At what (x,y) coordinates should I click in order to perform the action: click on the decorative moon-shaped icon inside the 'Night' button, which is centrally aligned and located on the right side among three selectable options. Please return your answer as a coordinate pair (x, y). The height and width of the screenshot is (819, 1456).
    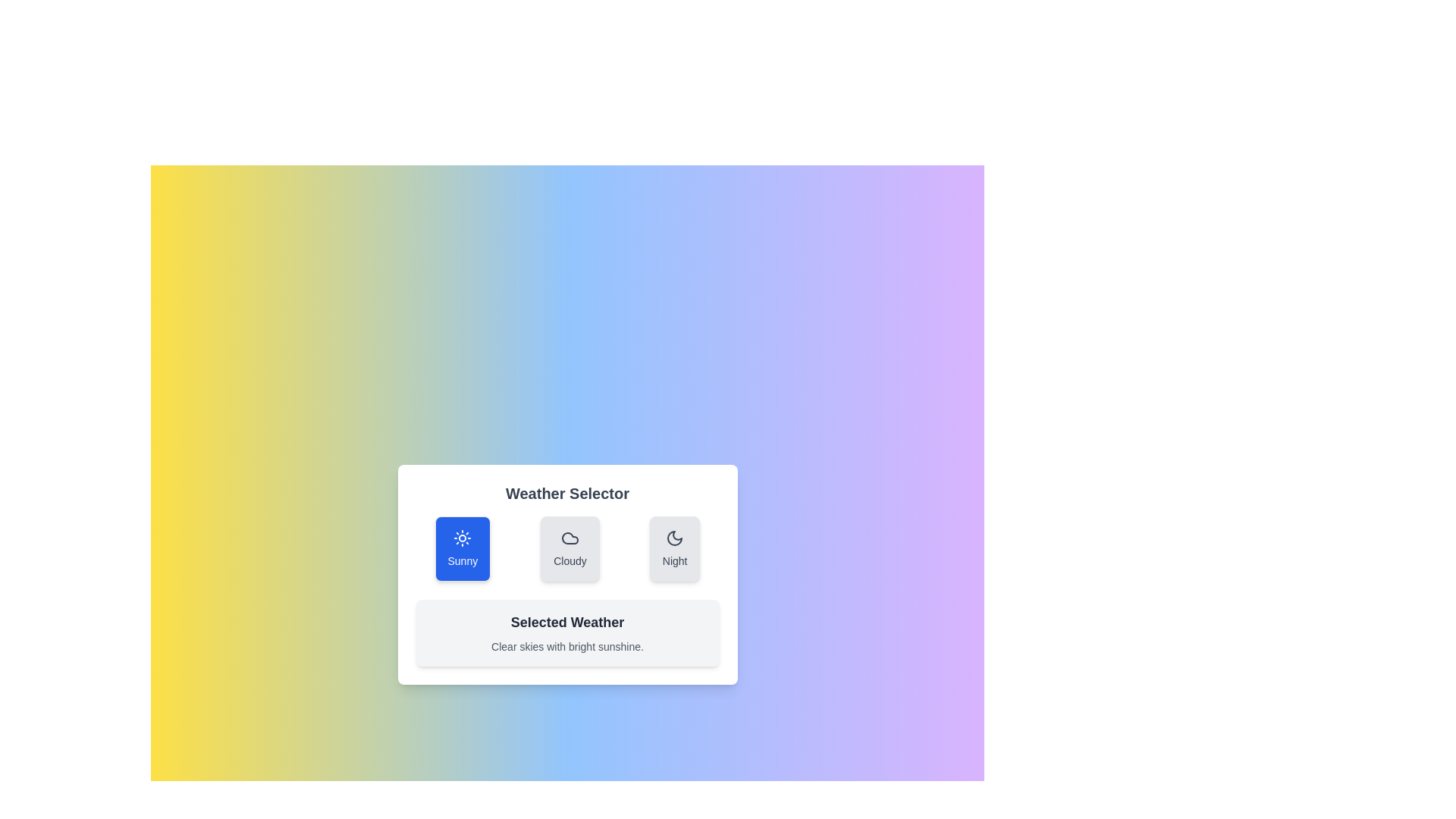
    Looking at the image, I should click on (674, 537).